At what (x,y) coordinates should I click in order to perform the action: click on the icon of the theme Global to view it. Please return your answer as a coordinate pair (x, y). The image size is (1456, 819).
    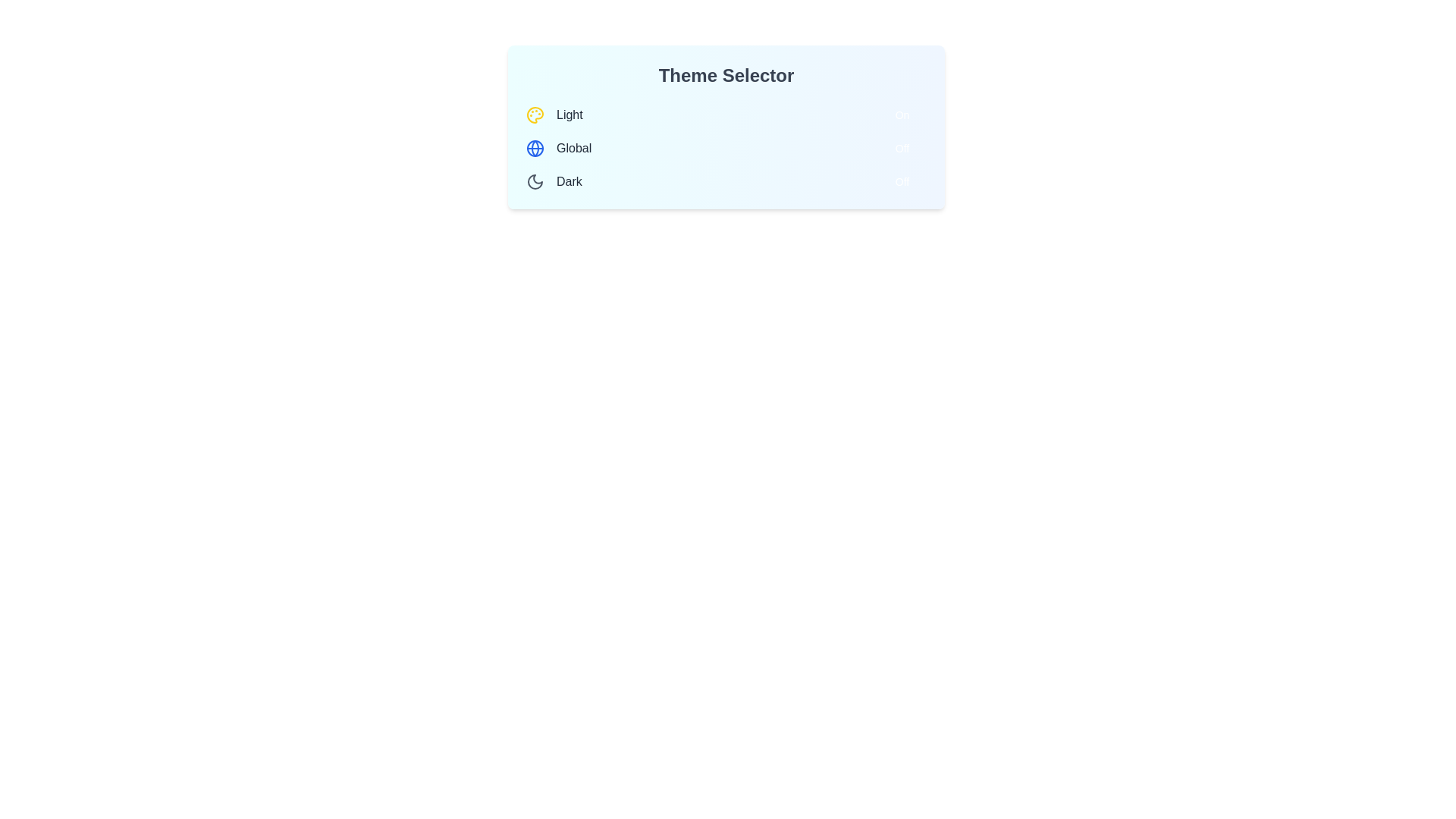
    Looking at the image, I should click on (535, 149).